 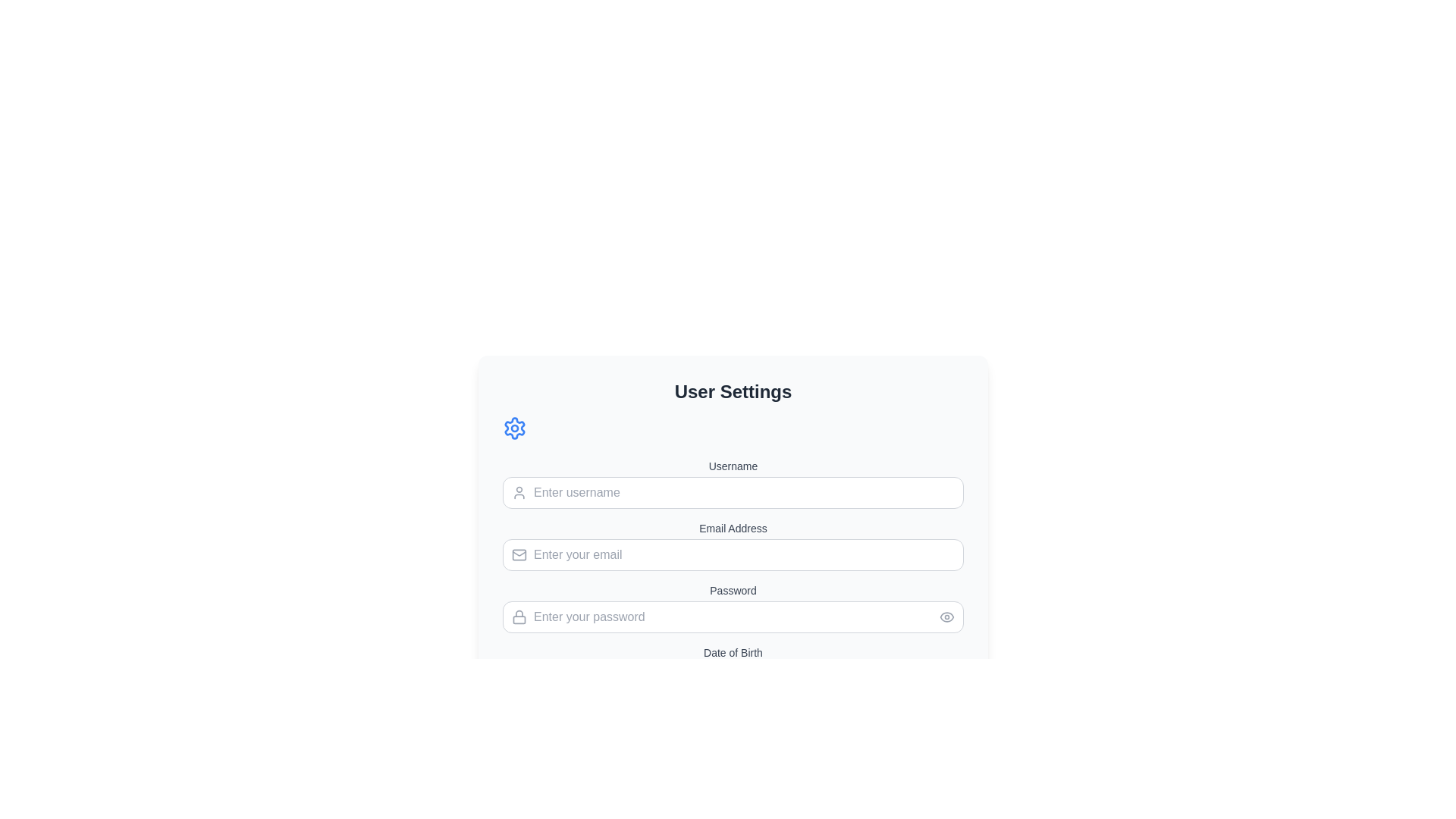 What do you see at coordinates (733, 607) in the screenshot?
I see `the Password input field with visibility toggle, which is the third field in the vertical form layout` at bounding box center [733, 607].